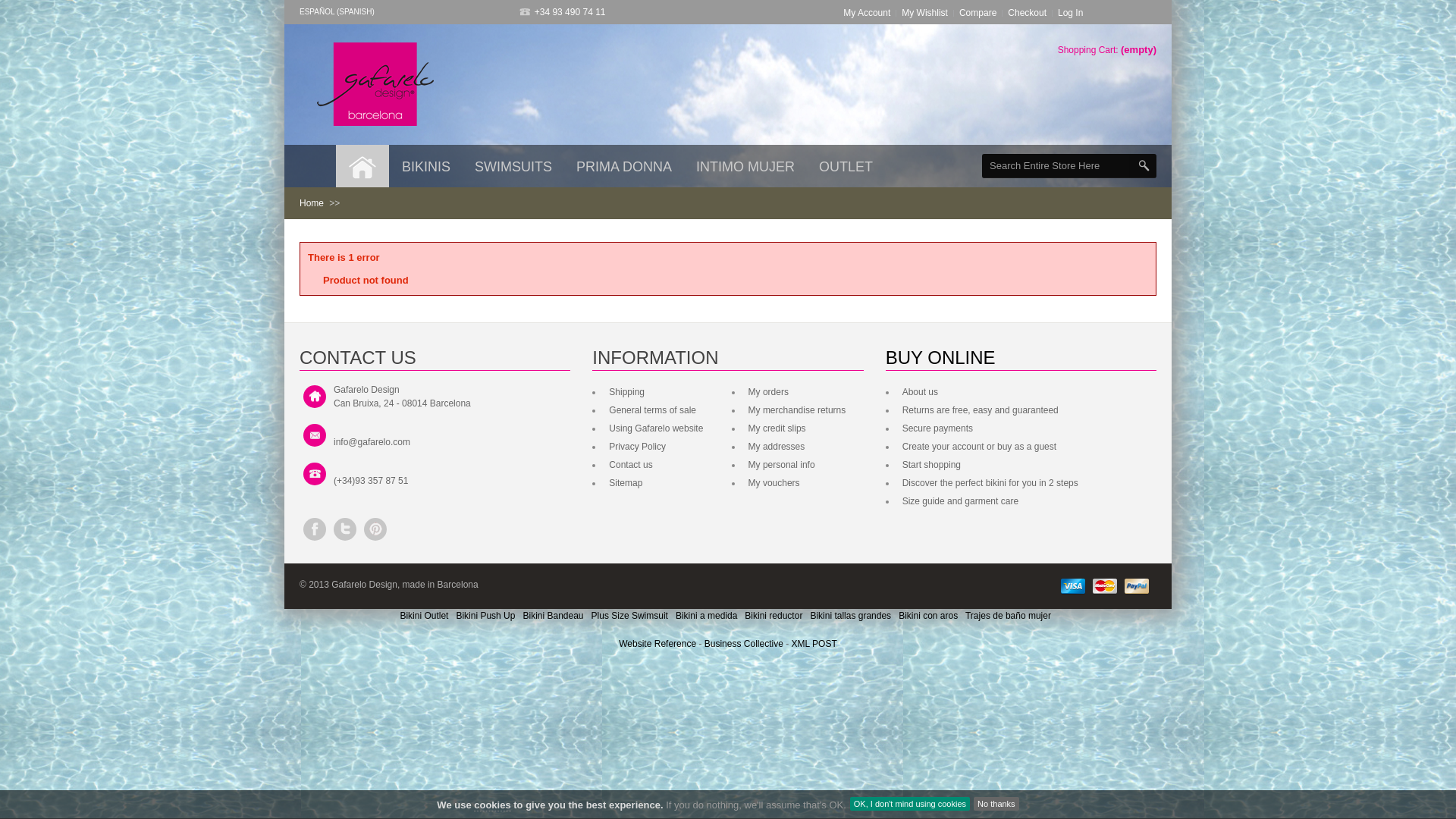 The height and width of the screenshot is (819, 1456). Describe the element at coordinates (344, 529) in the screenshot. I see `'Twitter'` at that location.